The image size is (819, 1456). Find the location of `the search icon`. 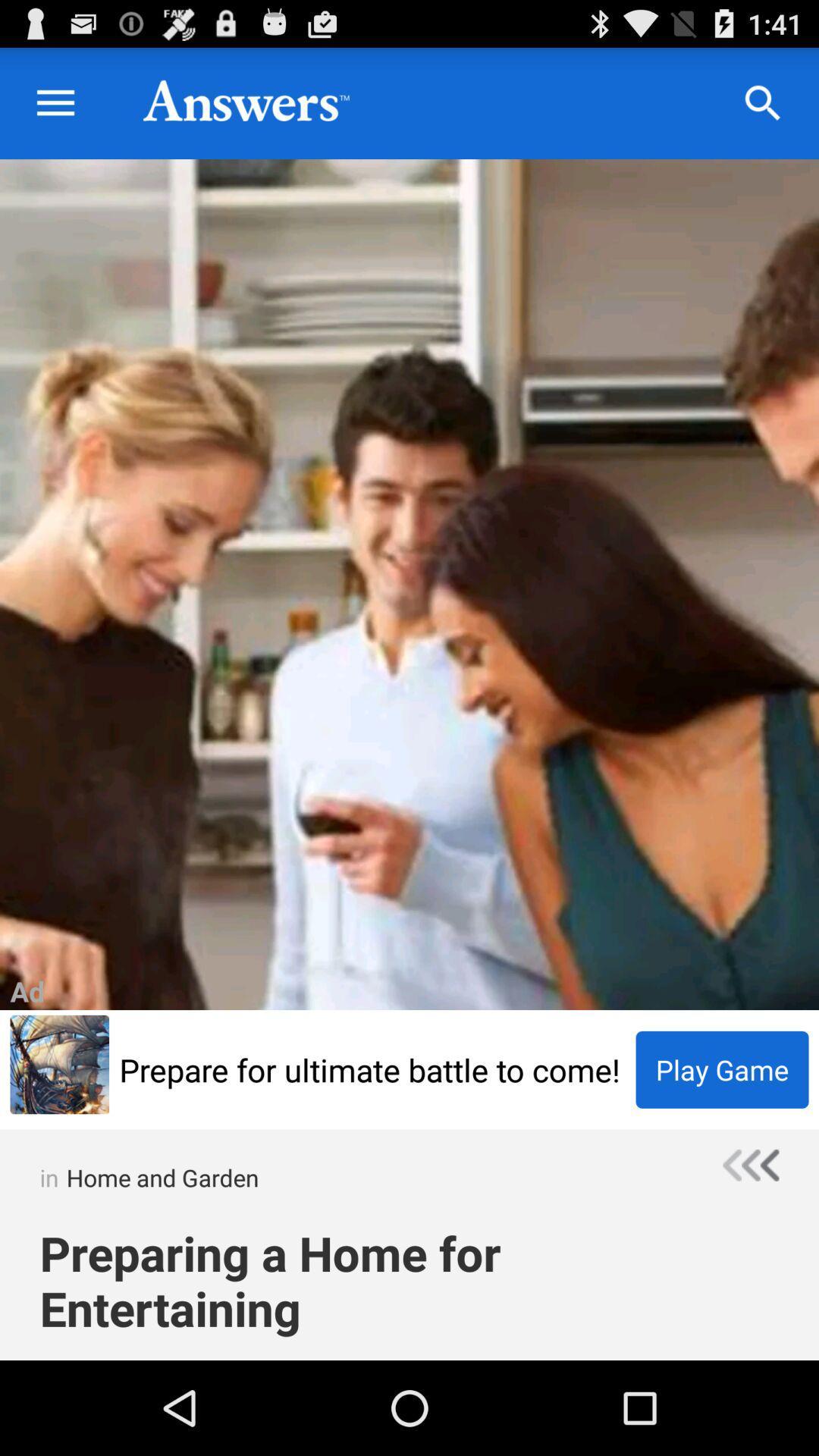

the search icon is located at coordinates (763, 110).